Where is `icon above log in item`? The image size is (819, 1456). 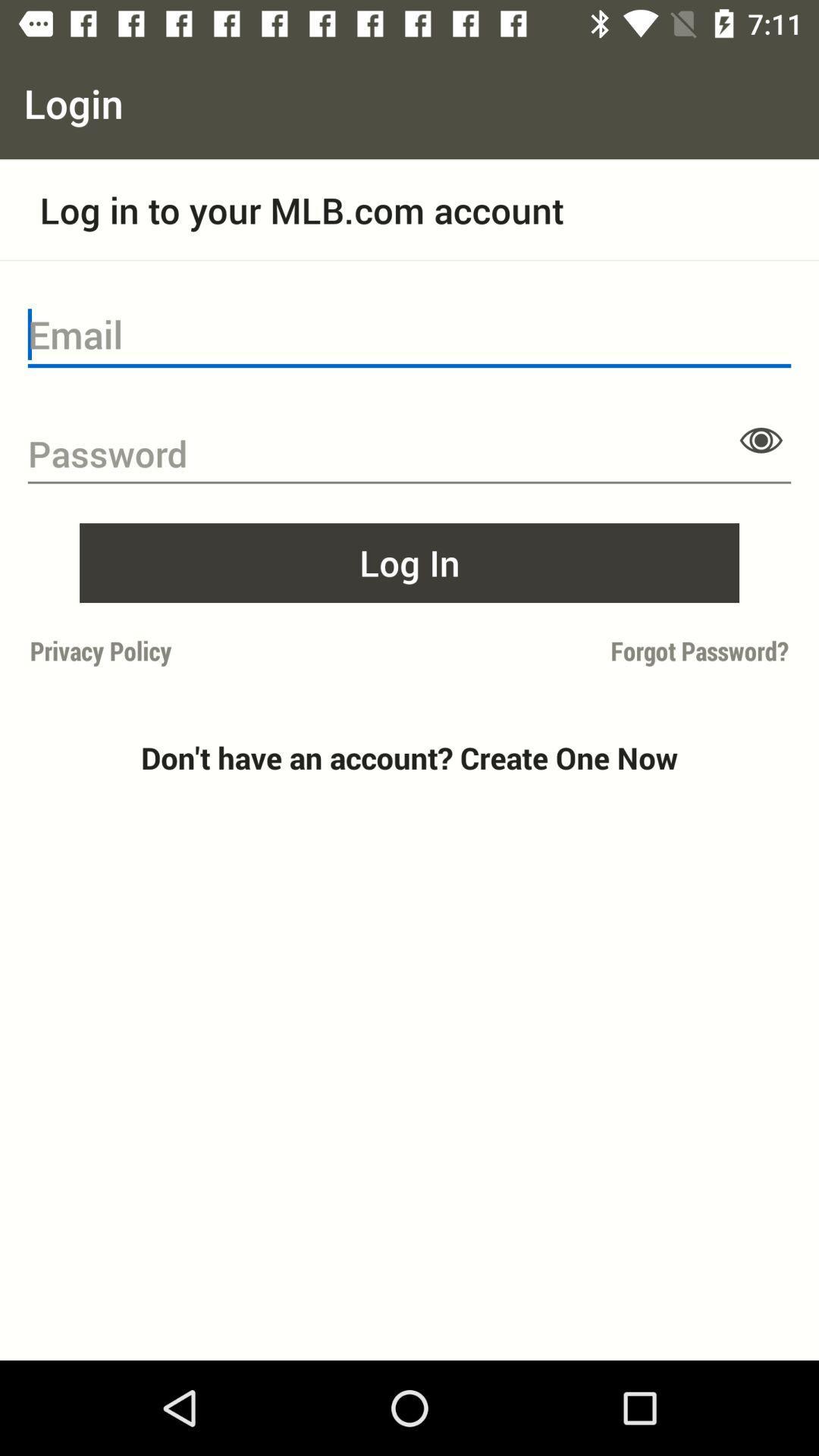 icon above log in item is located at coordinates (761, 439).